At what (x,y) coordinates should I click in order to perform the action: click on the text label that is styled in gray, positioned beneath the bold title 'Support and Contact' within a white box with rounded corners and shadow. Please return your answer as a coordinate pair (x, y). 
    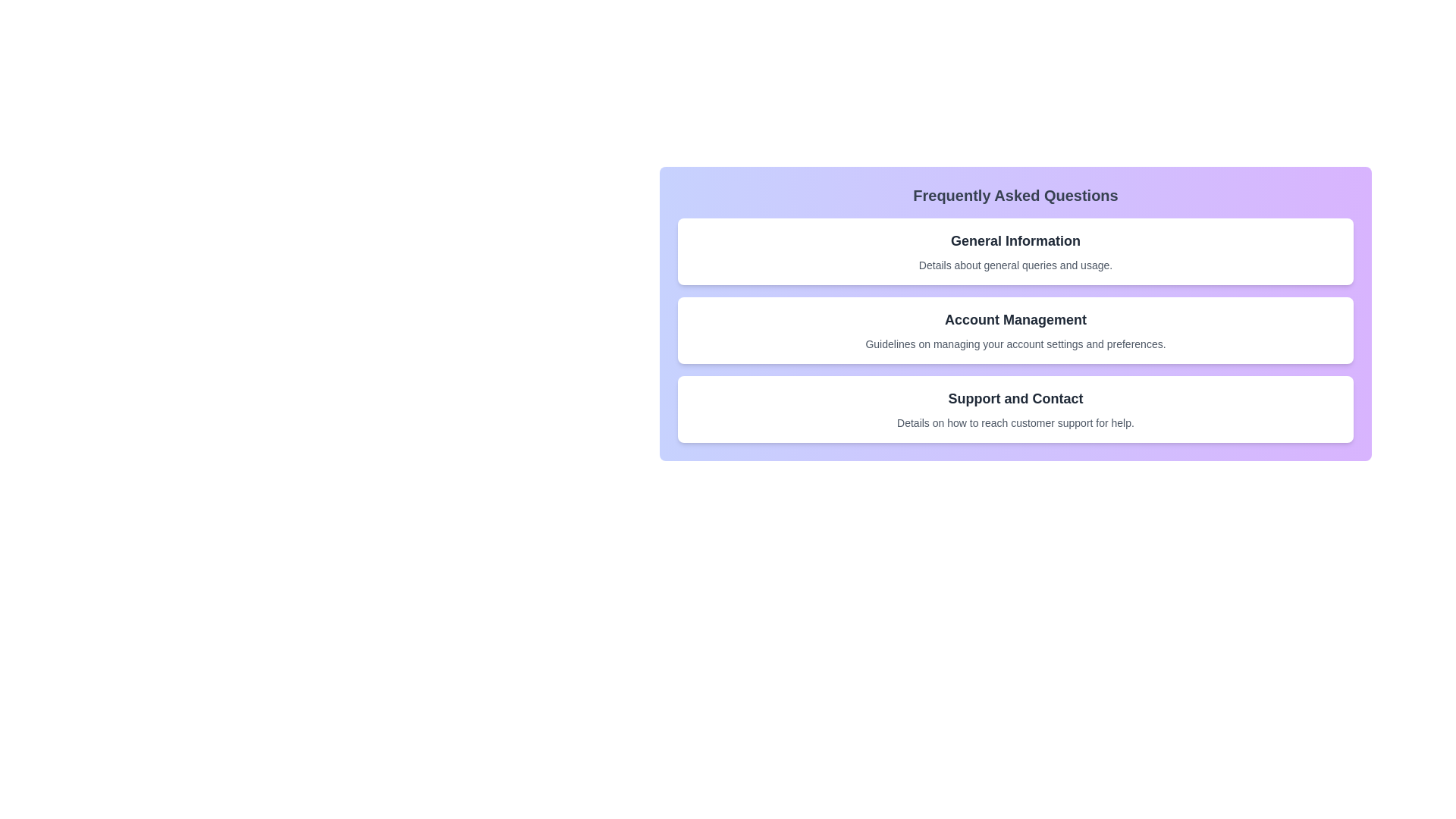
    Looking at the image, I should click on (1015, 423).